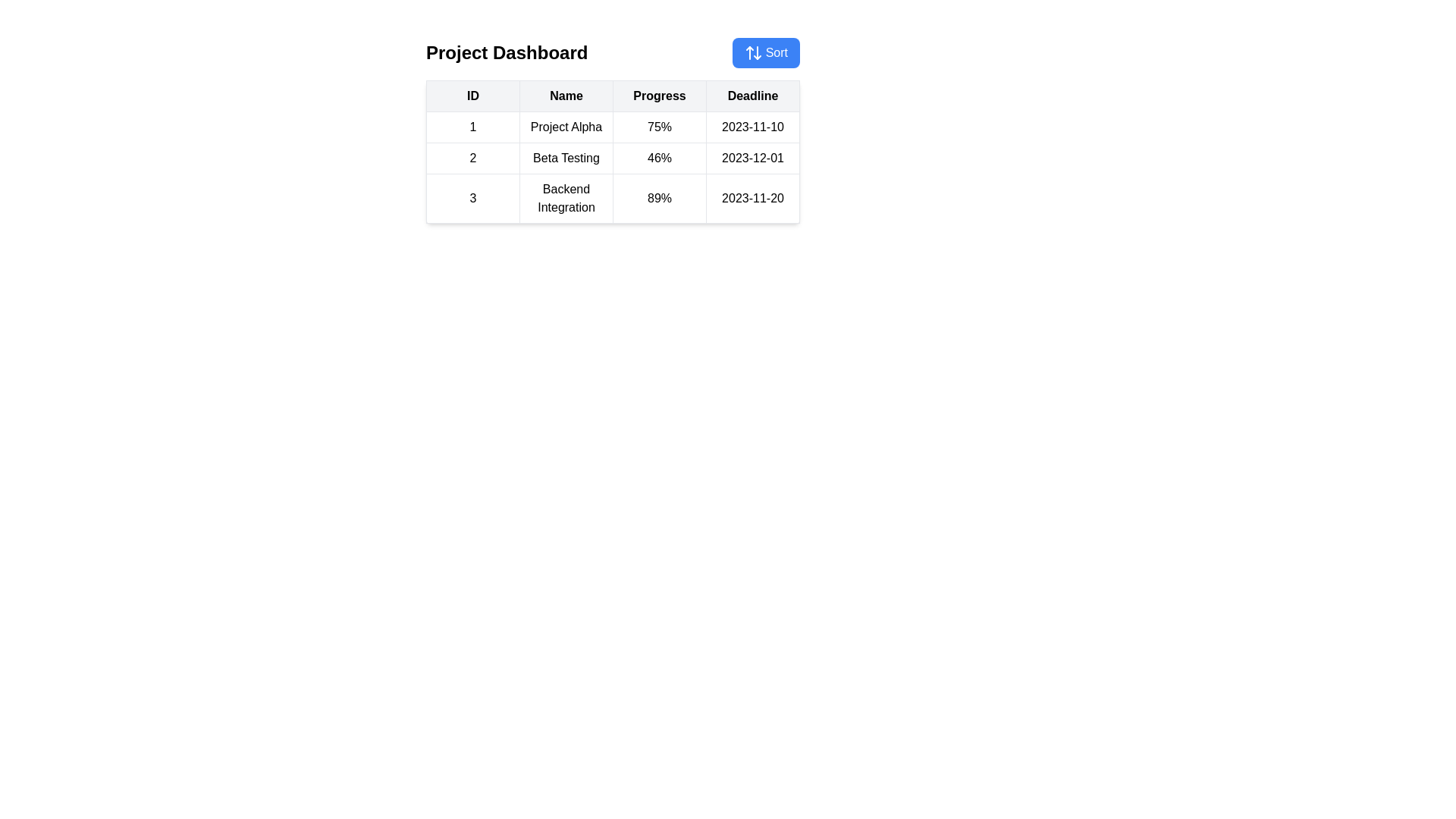 This screenshot has width=1456, height=819. I want to click on text displayed in bold black font that shows '75%' under the 'Progress' column for 'Project Alpha', so click(659, 127).